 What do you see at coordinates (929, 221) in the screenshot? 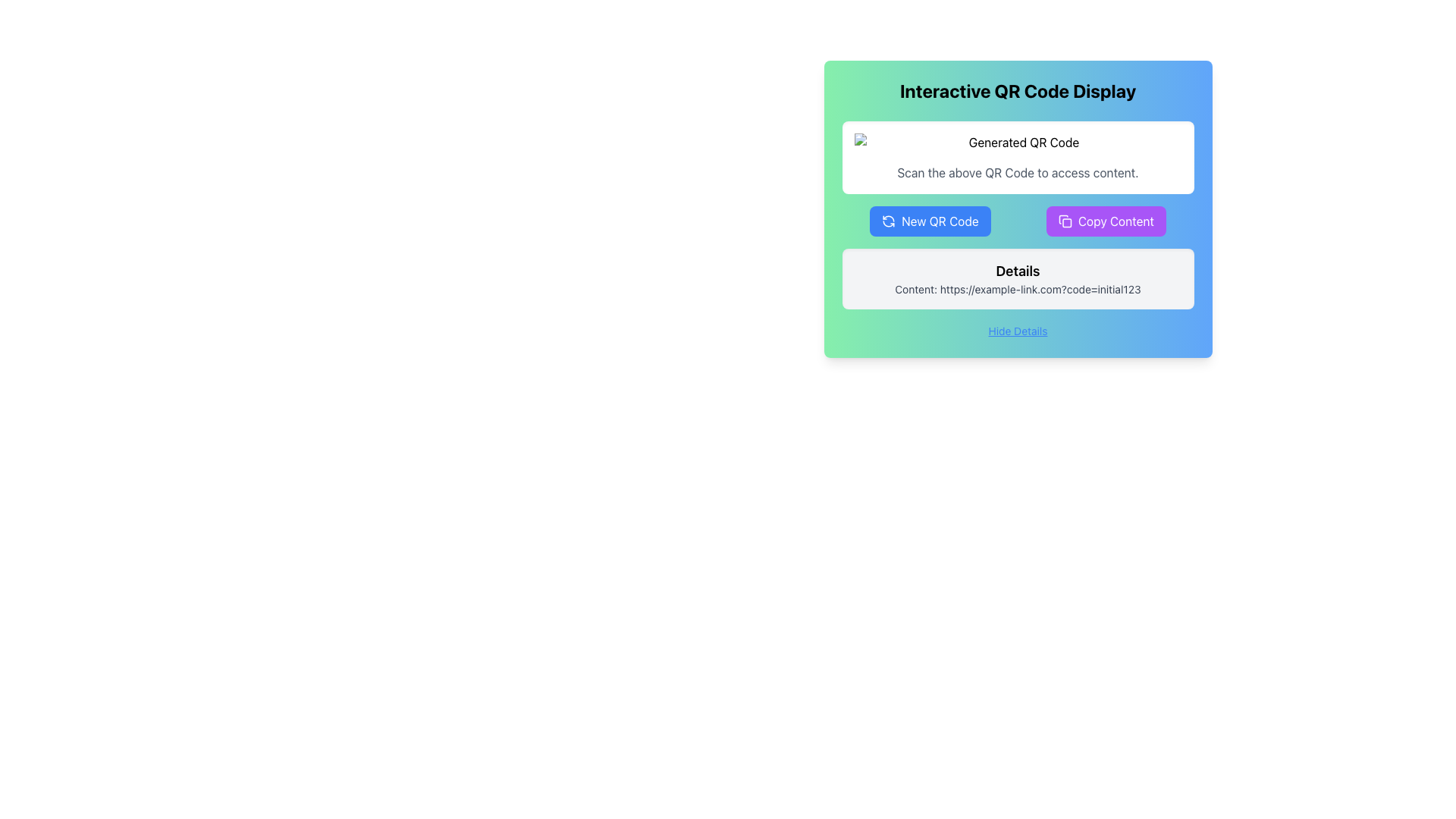
I see `the blue button labeled 'New QR Code' to generate a new QR code` at bounding box center [929, 221].